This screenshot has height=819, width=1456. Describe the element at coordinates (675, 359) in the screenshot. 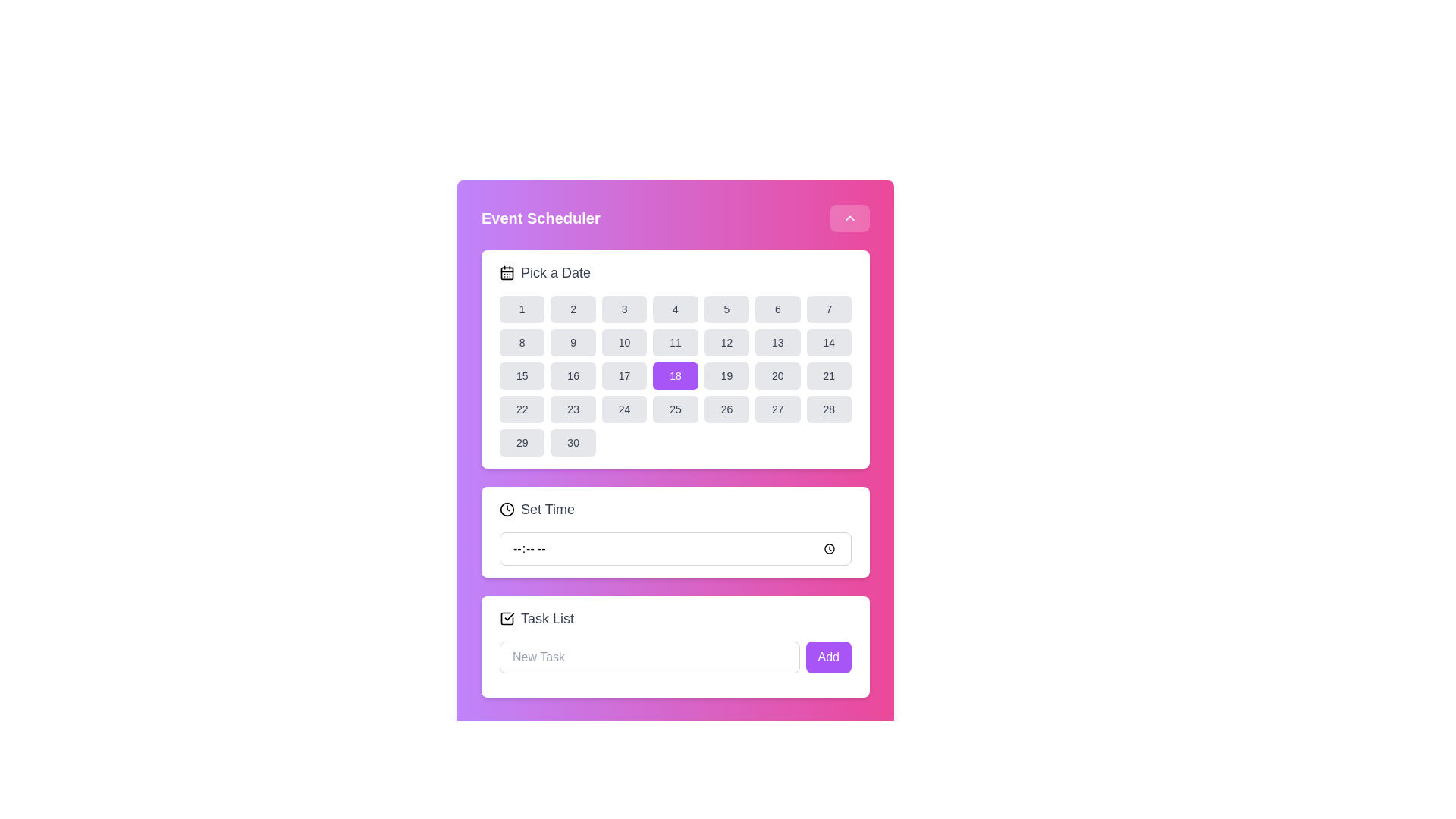

I see `the date picker component` at that location.